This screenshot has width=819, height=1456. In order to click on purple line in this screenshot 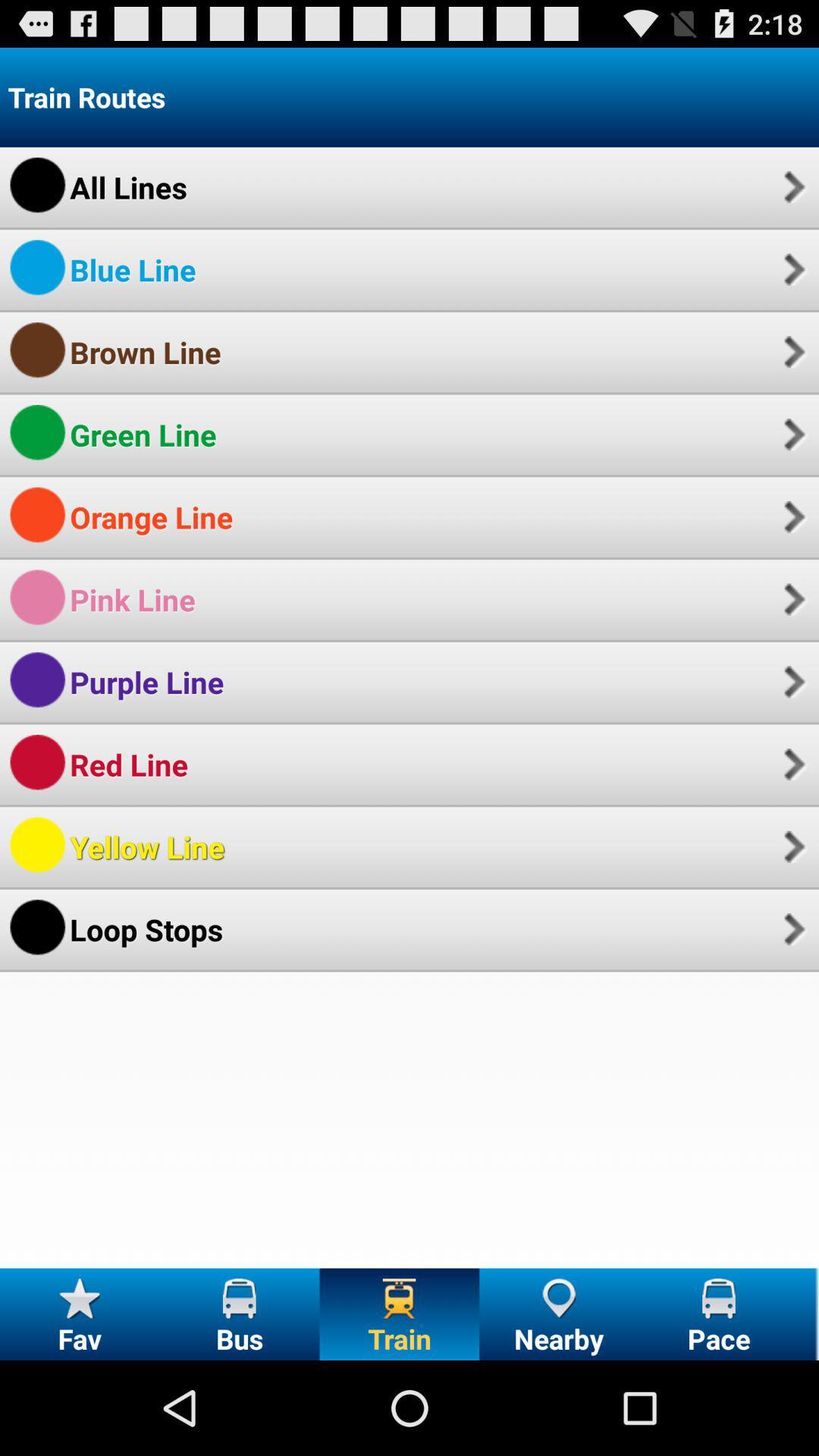, I will do `click(146, 681)`.